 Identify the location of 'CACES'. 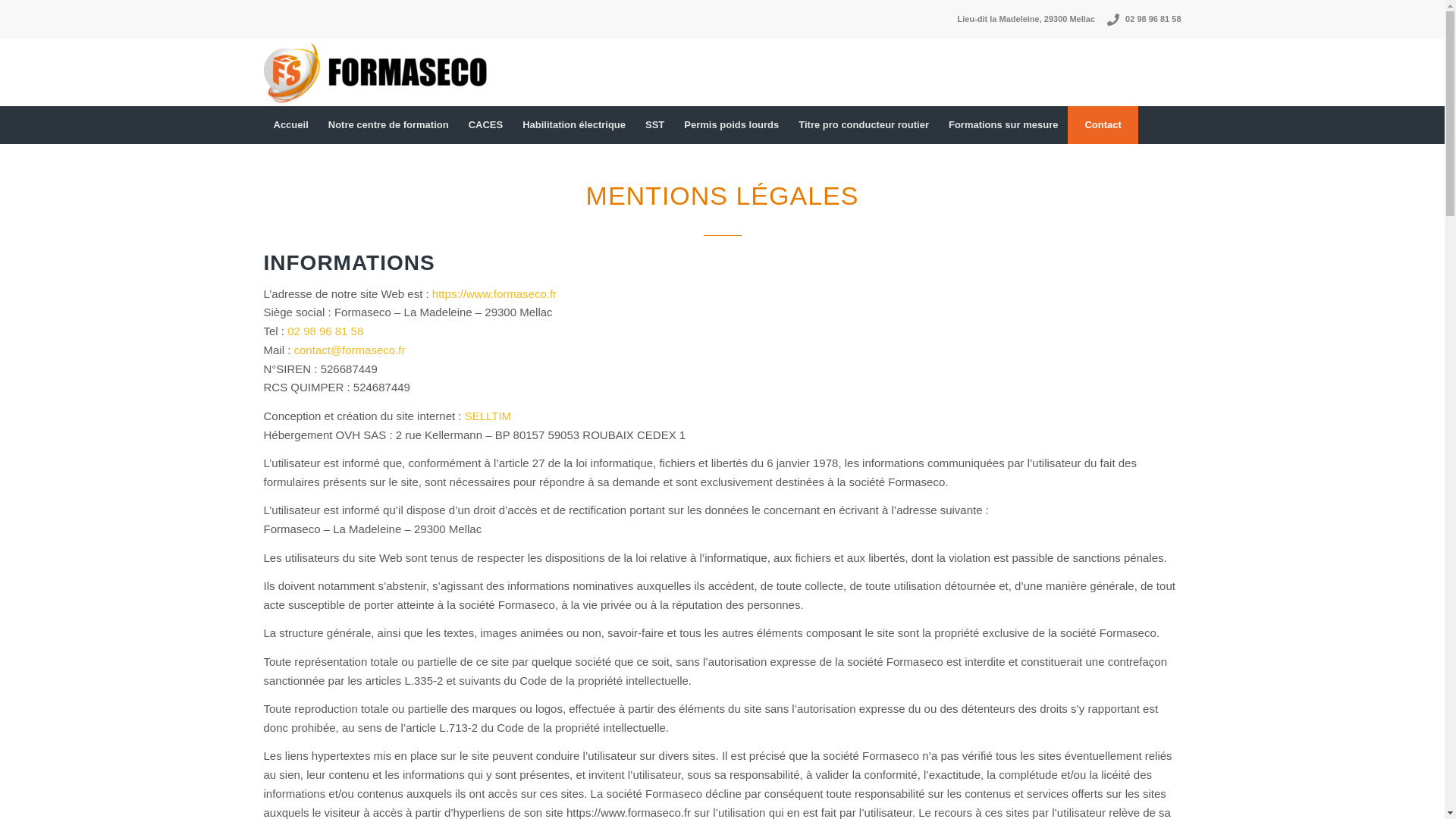
(486, 124).